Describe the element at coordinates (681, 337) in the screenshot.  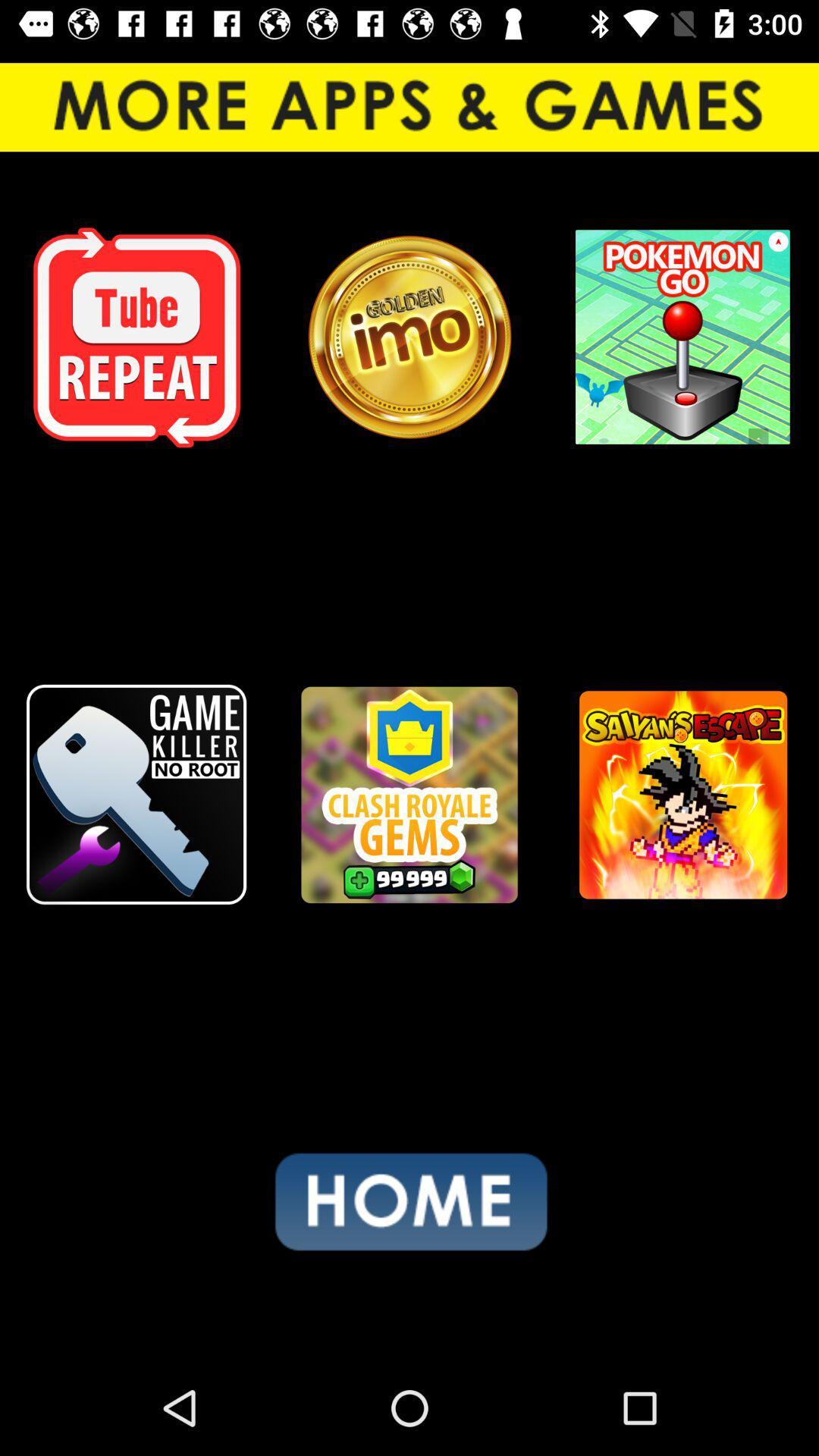
I see `pokemon go app` at that location.